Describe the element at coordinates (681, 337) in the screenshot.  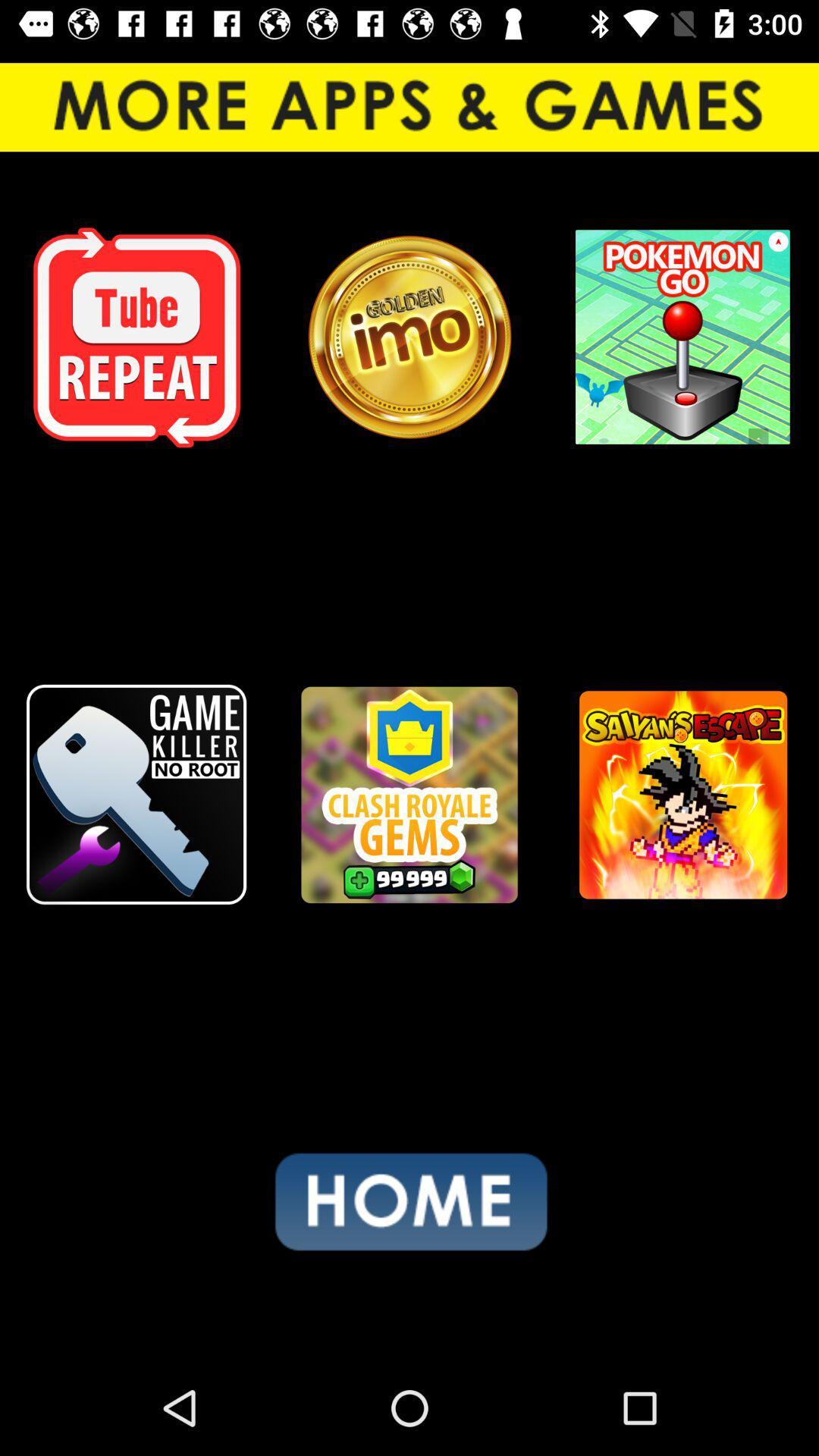
I see `pokemon go app` at that location.